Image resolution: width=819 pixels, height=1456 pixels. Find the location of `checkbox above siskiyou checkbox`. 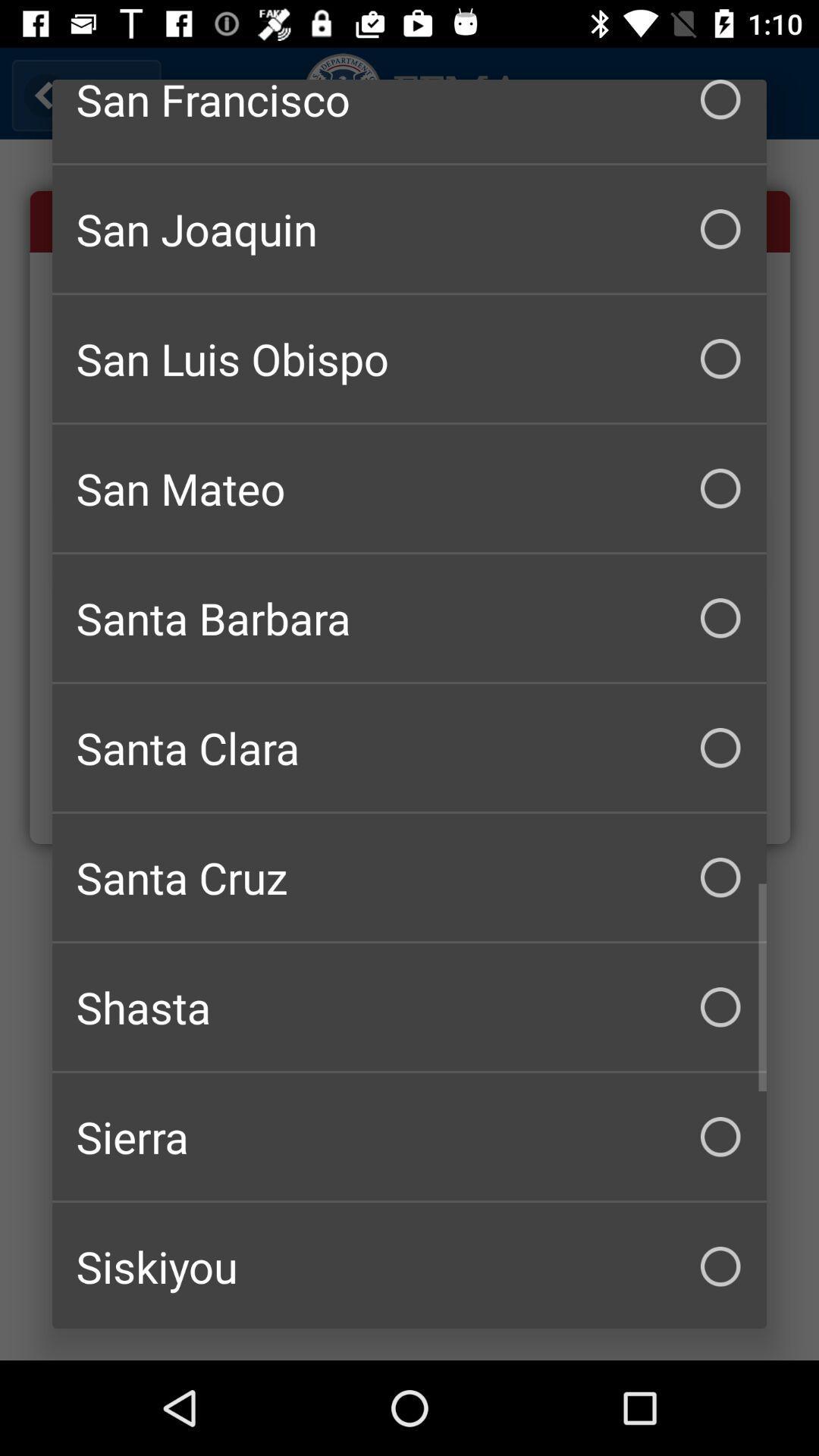

checkbox above siskiyou checkbox is located at coordinates (409, 1137).